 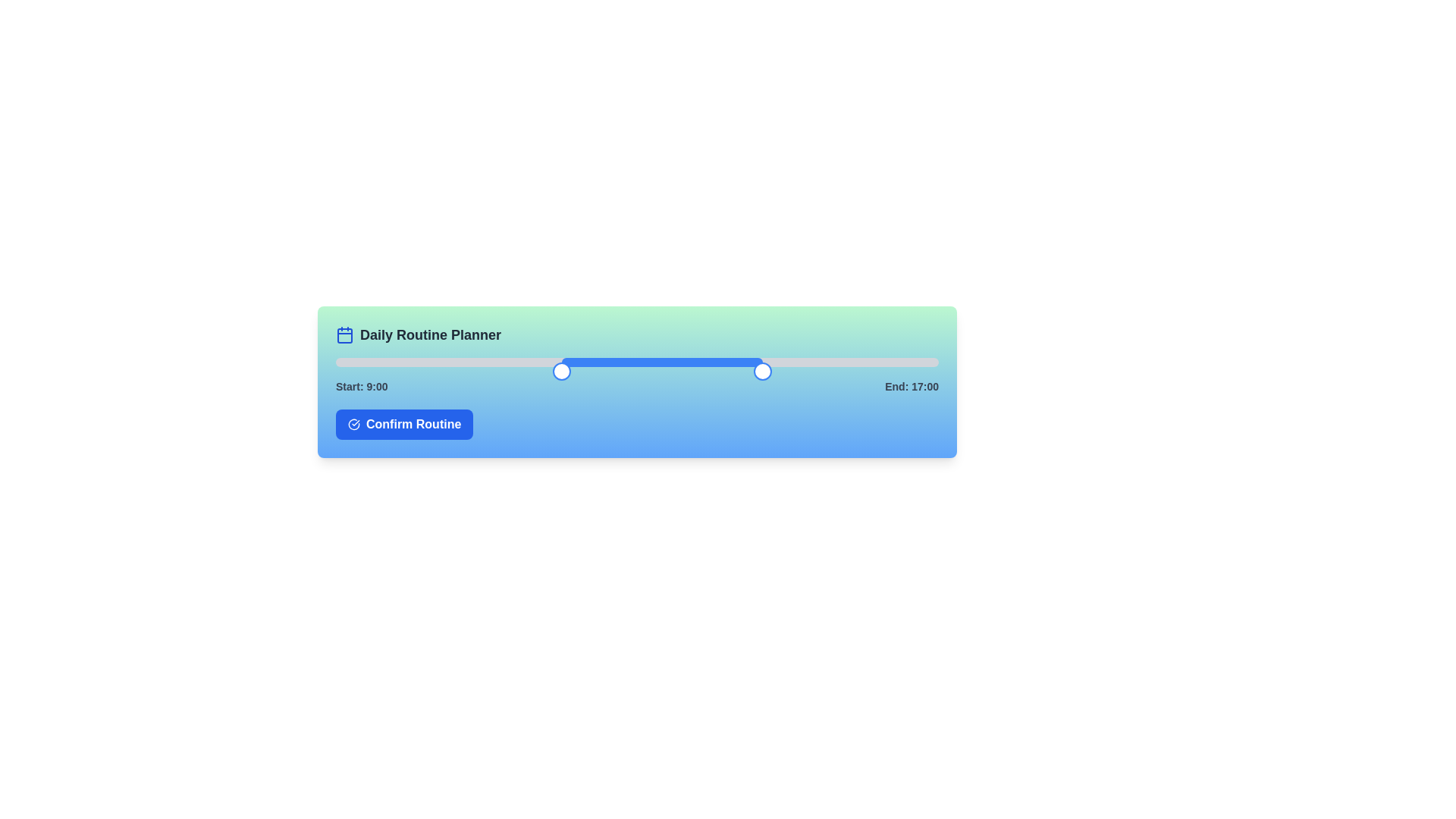 I want to click on the confirmation icon located to the left of the 'Confirm Routine' text in the interactive button at the lower-left corner of the interface, so click(x=353, y=424).